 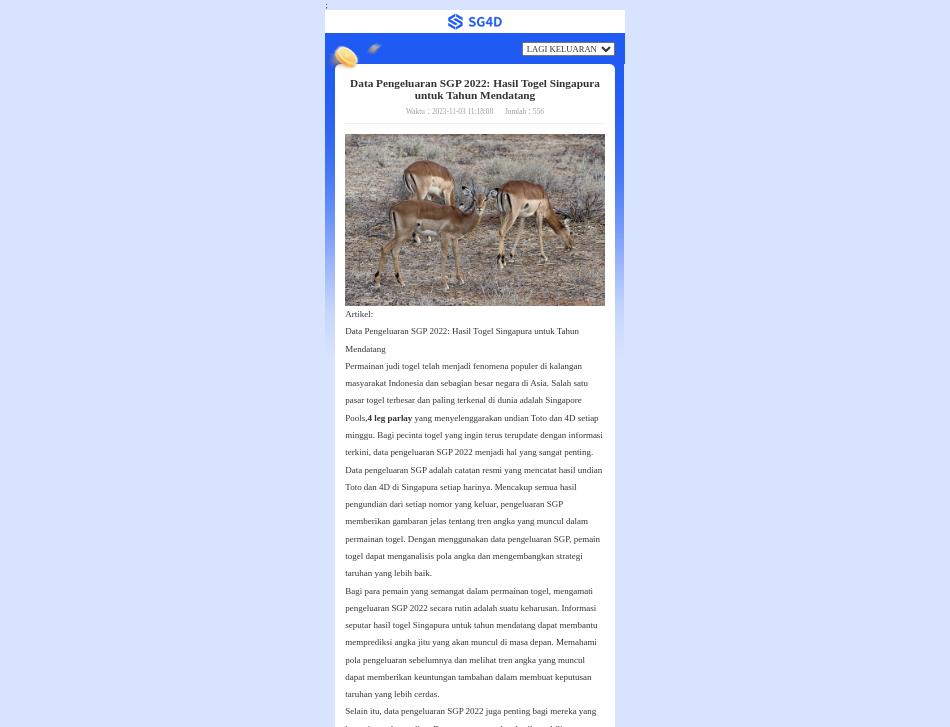 What do you see at coordinates (344, 433) in the screenshot?
I see `'yang menyelenggarakan undian Toto dan 4D setiap minggu. Bagi pecinta togel yang ingin terus terupdate dengan informasi terkini, data pengeluaran SGP 2022 menjadi hal yang sangat penting.'` at bounding box center [344, 433].